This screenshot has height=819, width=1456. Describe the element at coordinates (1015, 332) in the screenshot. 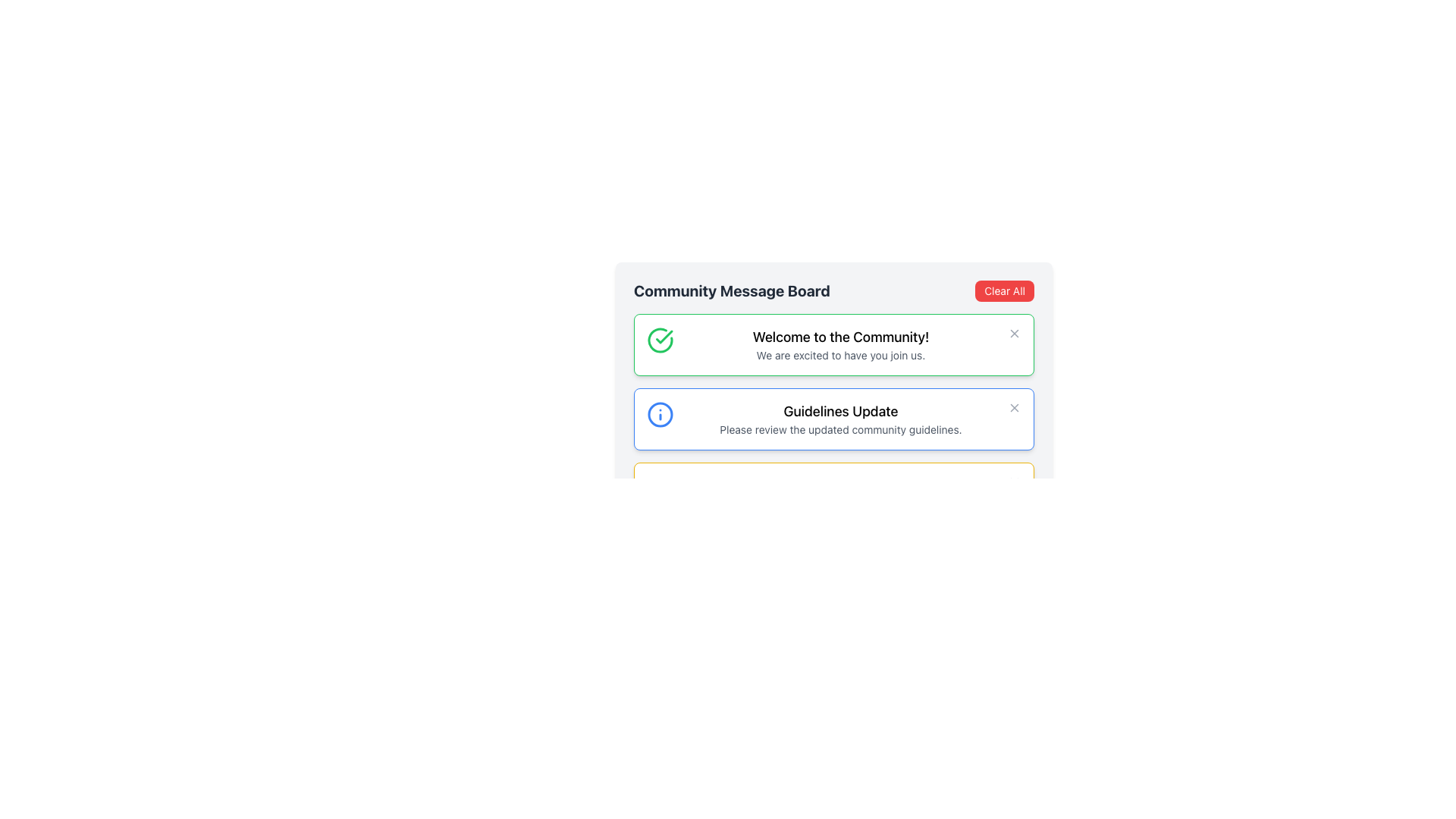

I see `the close button (small gray 'X' icon) located at the top right corner of the notification box titled 'Welcome to the Community!'` at that location.